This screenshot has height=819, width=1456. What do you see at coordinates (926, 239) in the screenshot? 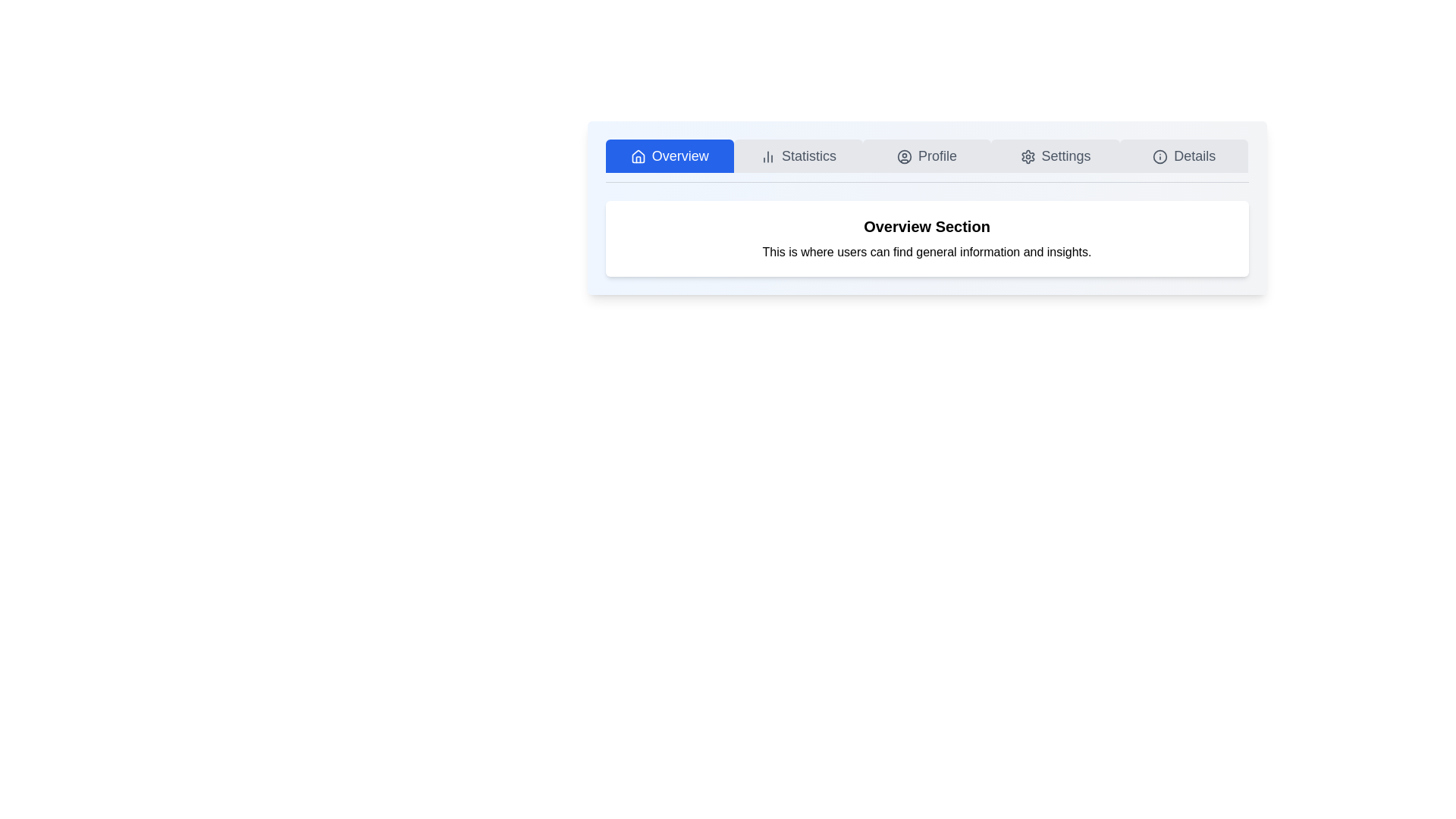
I see `the Informational Text Section, which is a white rectangular box with rounded corners containing the text 'Overview Section' and a description below it` at bounding box center [926, 239].